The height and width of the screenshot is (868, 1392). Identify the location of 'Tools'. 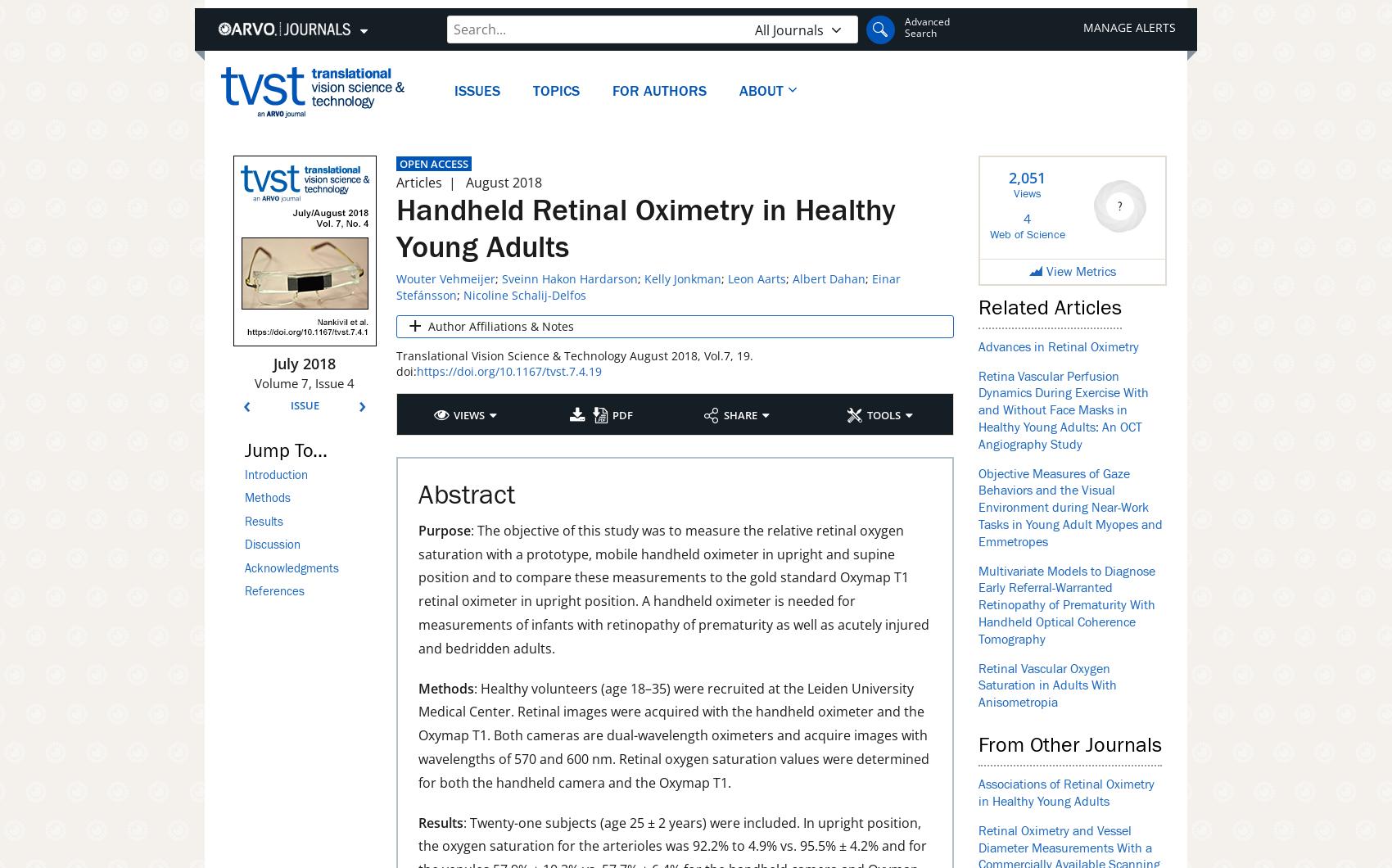
(883, 414).